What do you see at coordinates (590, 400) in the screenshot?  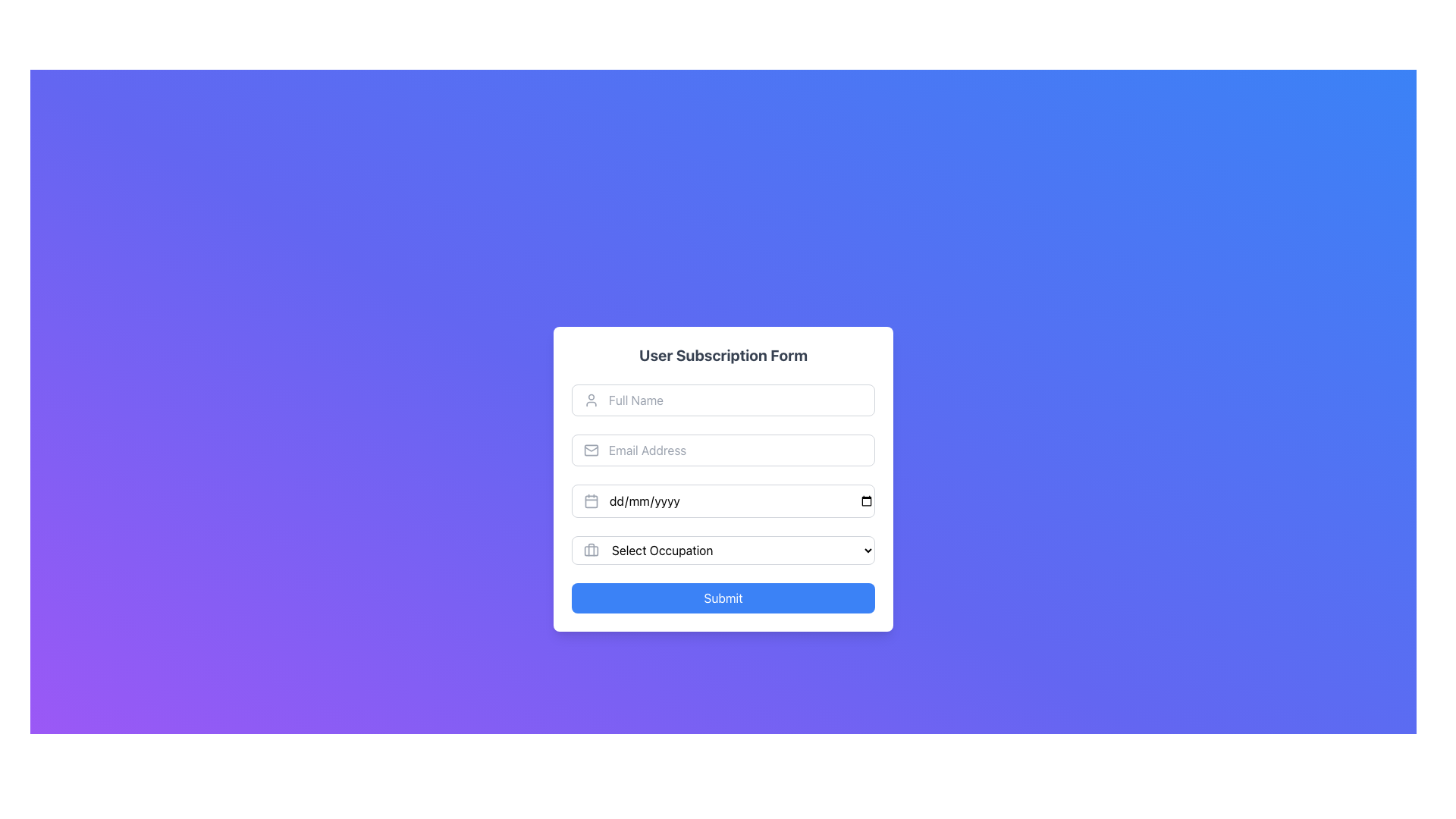 I see `the user silhouette icon located to the left of the 'Full Name' text field, which is styled in gray and indicates user or profile functionality` at bounding box center [590, 400].